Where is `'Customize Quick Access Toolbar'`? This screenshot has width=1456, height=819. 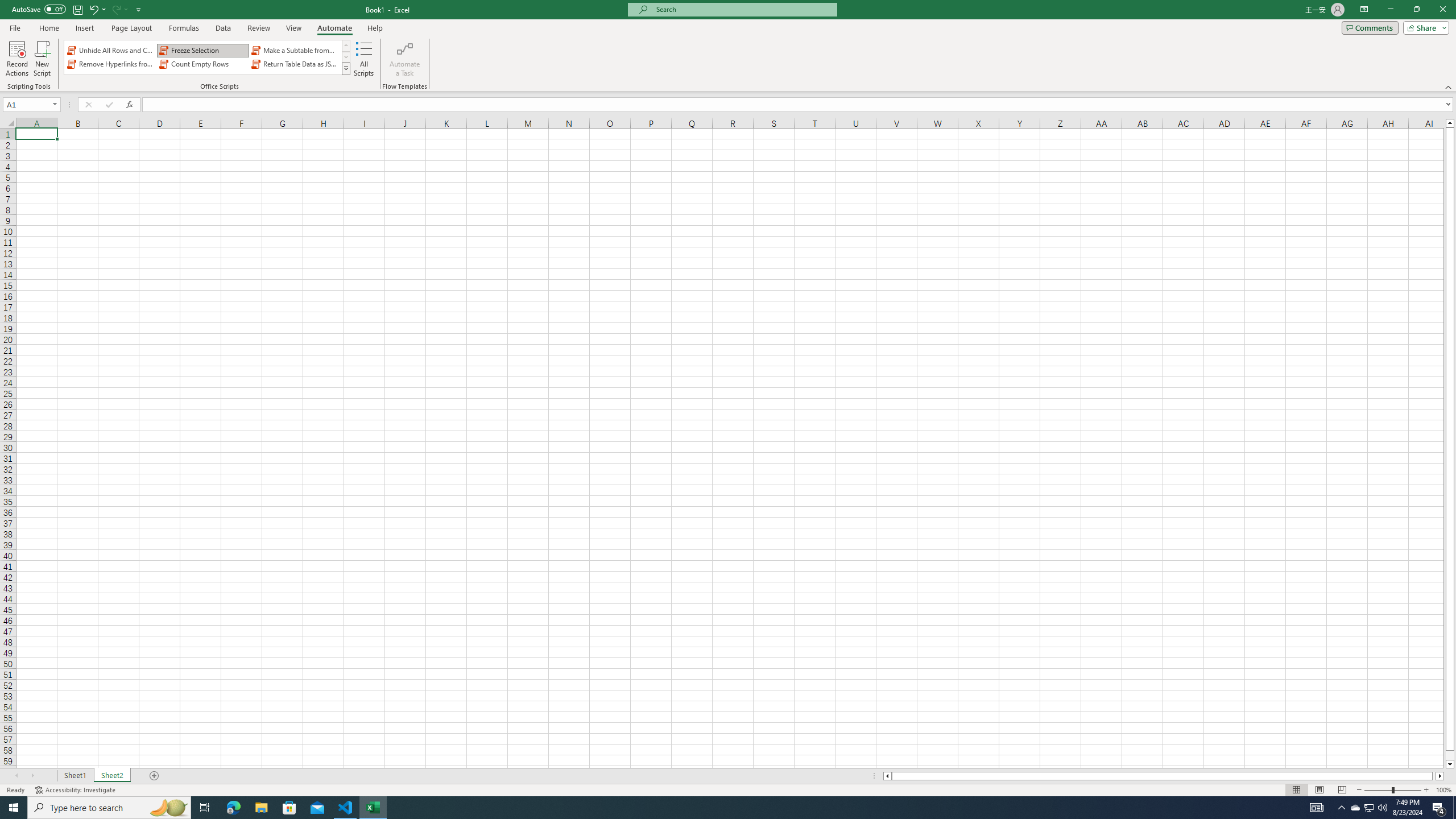
'Customize Quick Access Toolbar' is located at coordinates (139, 9).